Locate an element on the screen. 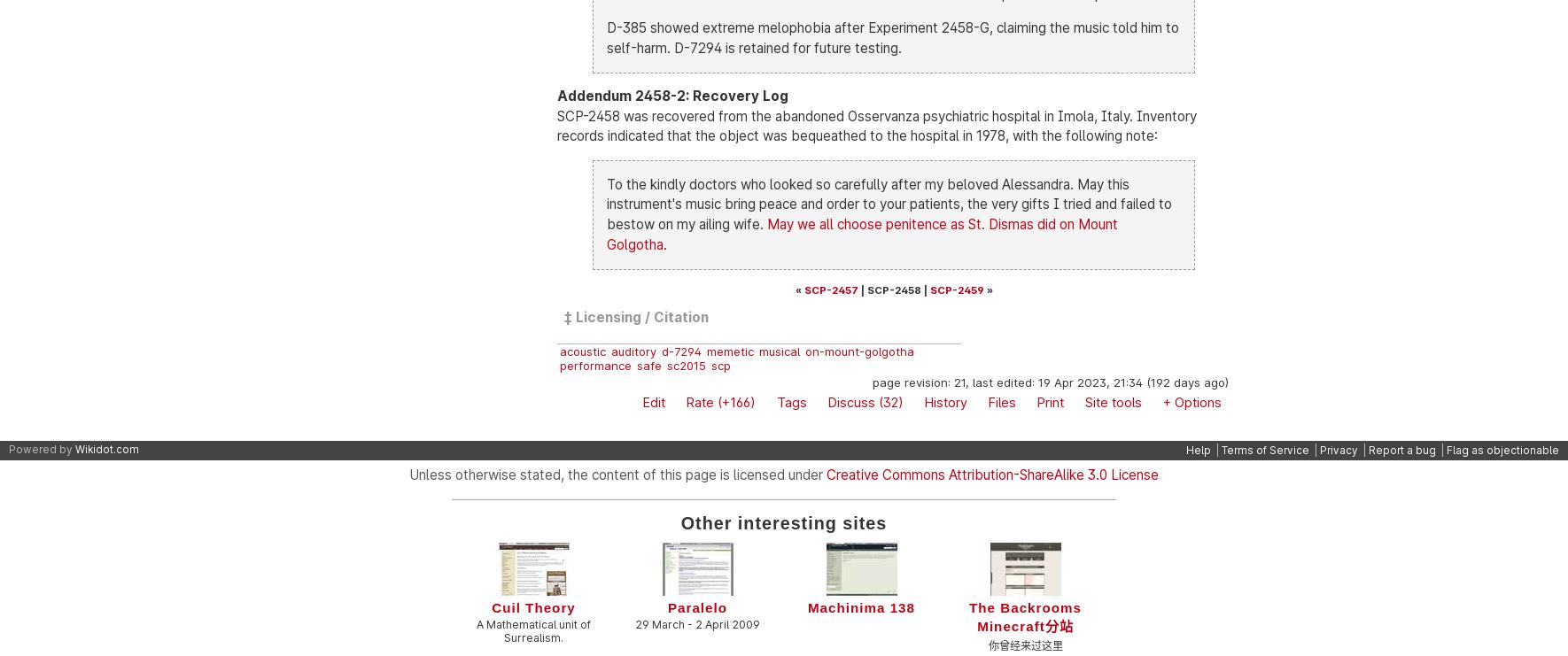 This screenshot has width=1568, height=656. 'Wikidot.com' is located at coordinates (106, 448).